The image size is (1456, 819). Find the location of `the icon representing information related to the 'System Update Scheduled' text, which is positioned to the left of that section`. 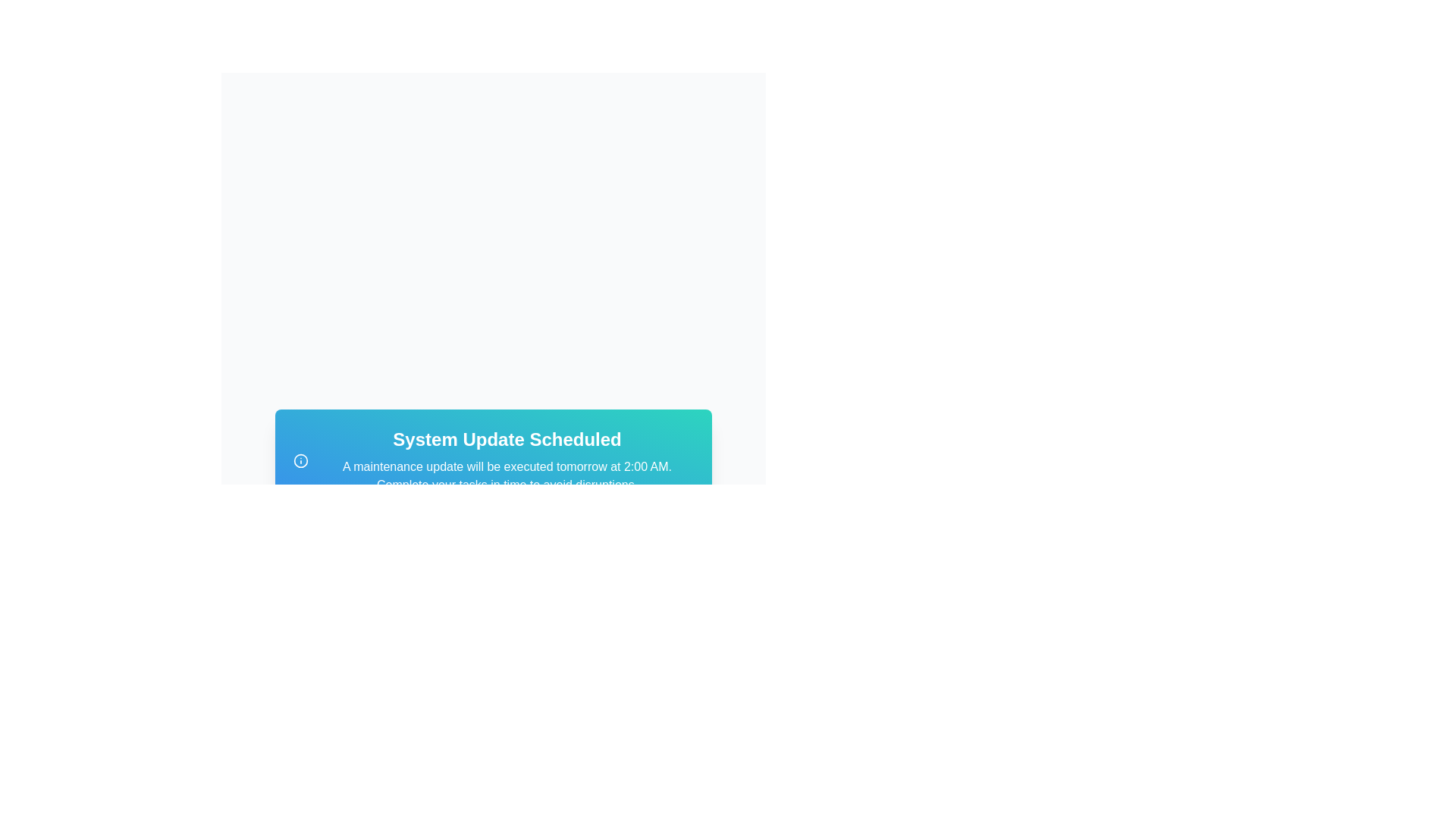

the icon representing information related to the 'System Update Scheduled' text, which is positioned to the left of that section is located at coordinates (301, 460).